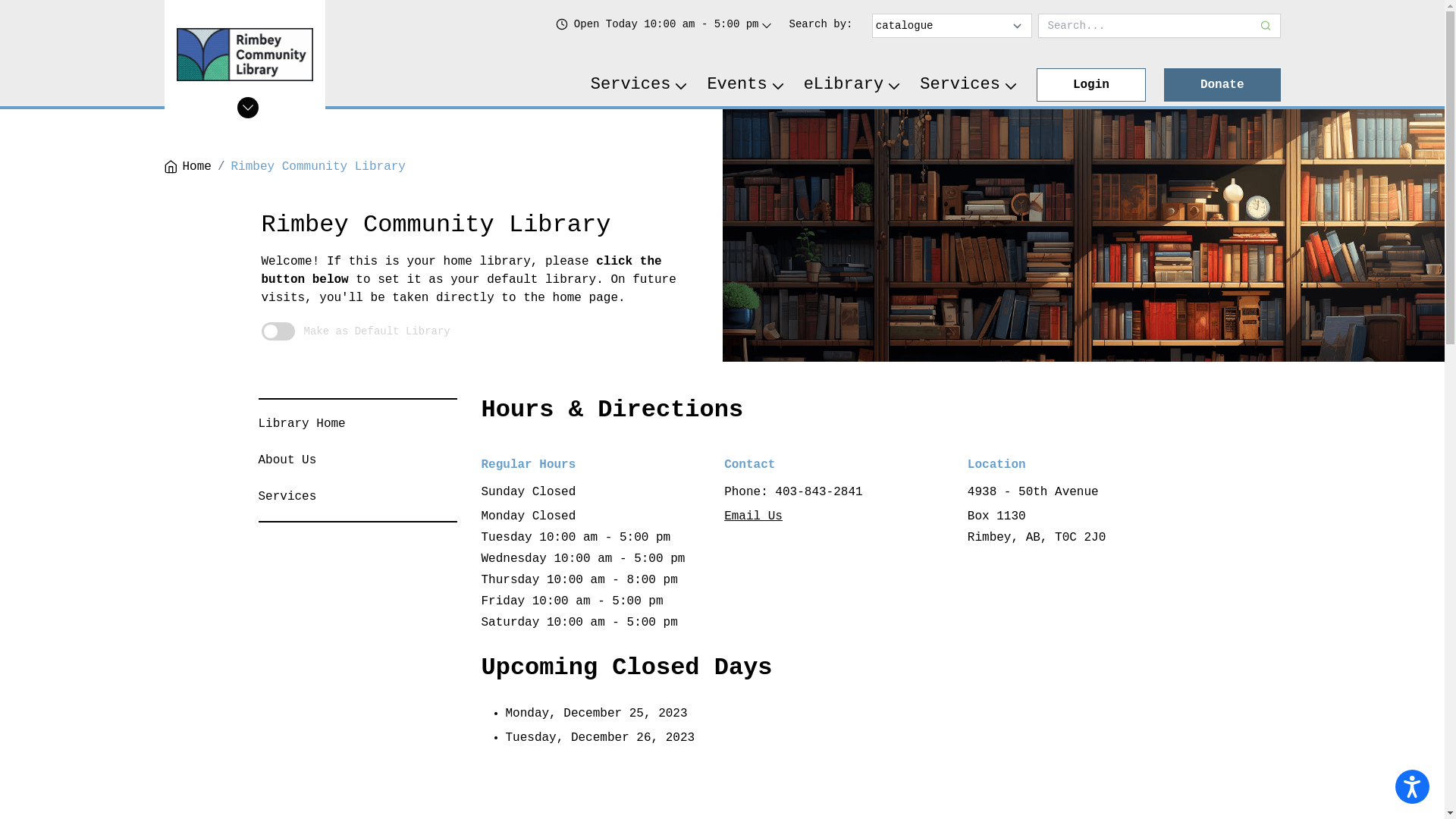 Image resolution: width=1456 pixels, height=819 pixels. I want to click on 'About Us', so click(287, 459).